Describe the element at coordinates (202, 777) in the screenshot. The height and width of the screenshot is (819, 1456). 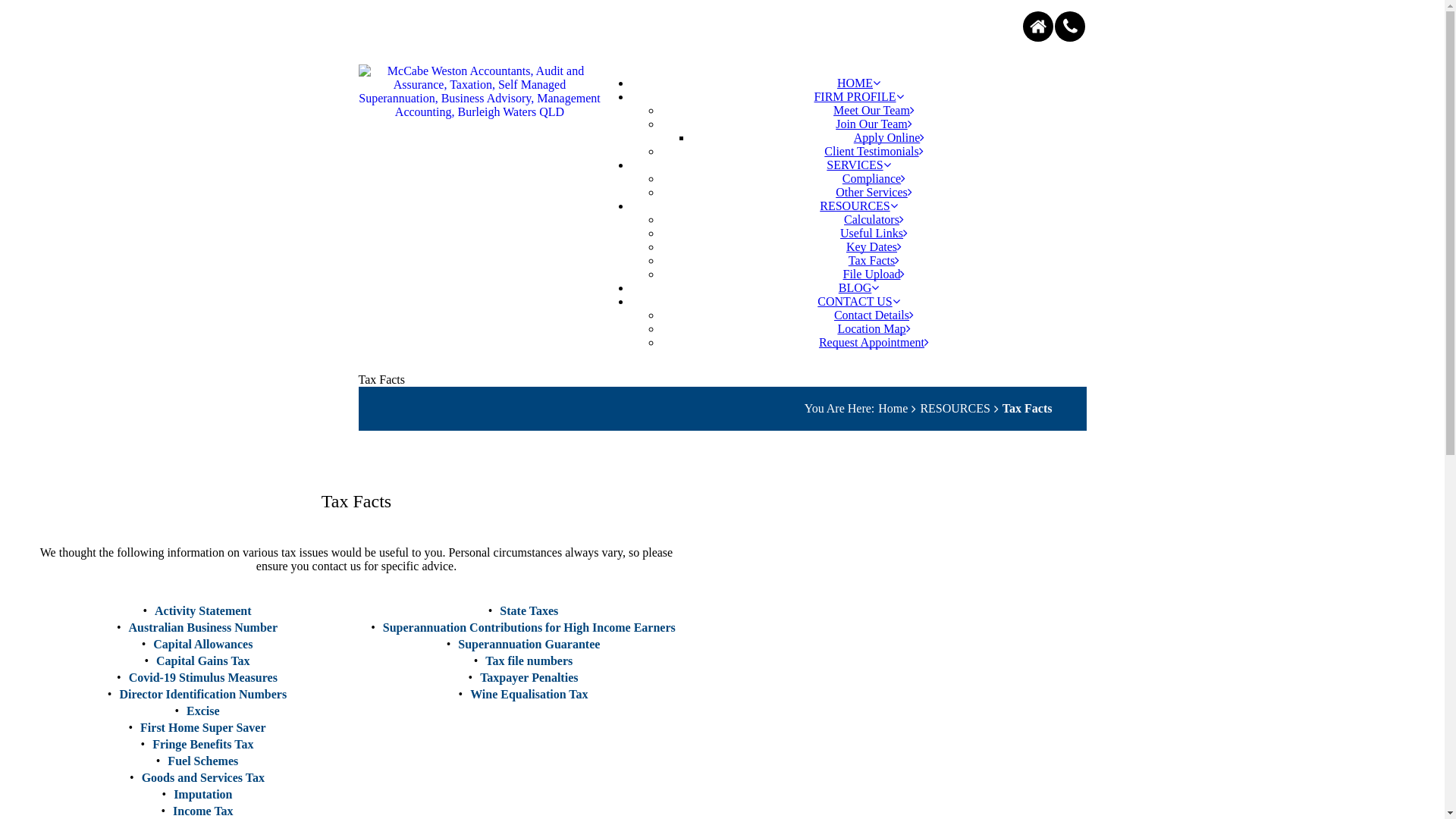
I see `'Goods and Services Tax'` at that location.